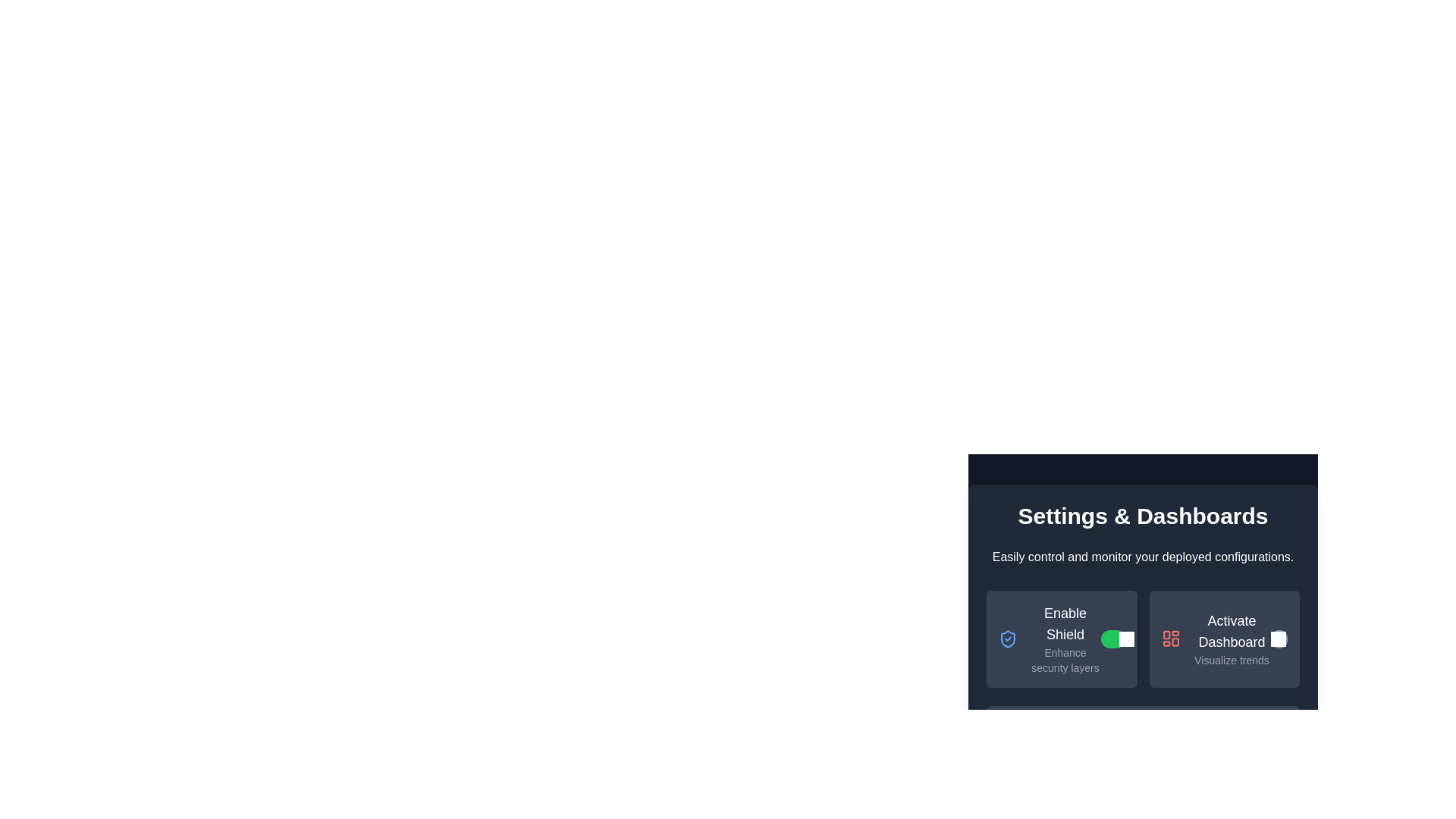 The width and height of the screenshot is (1456, 819). I want to click on the descriptive text block located below the 'Settings & Dashboards' heading, which provides additional context or instructions about the functionalities offered in the section, so click(1143, 557).